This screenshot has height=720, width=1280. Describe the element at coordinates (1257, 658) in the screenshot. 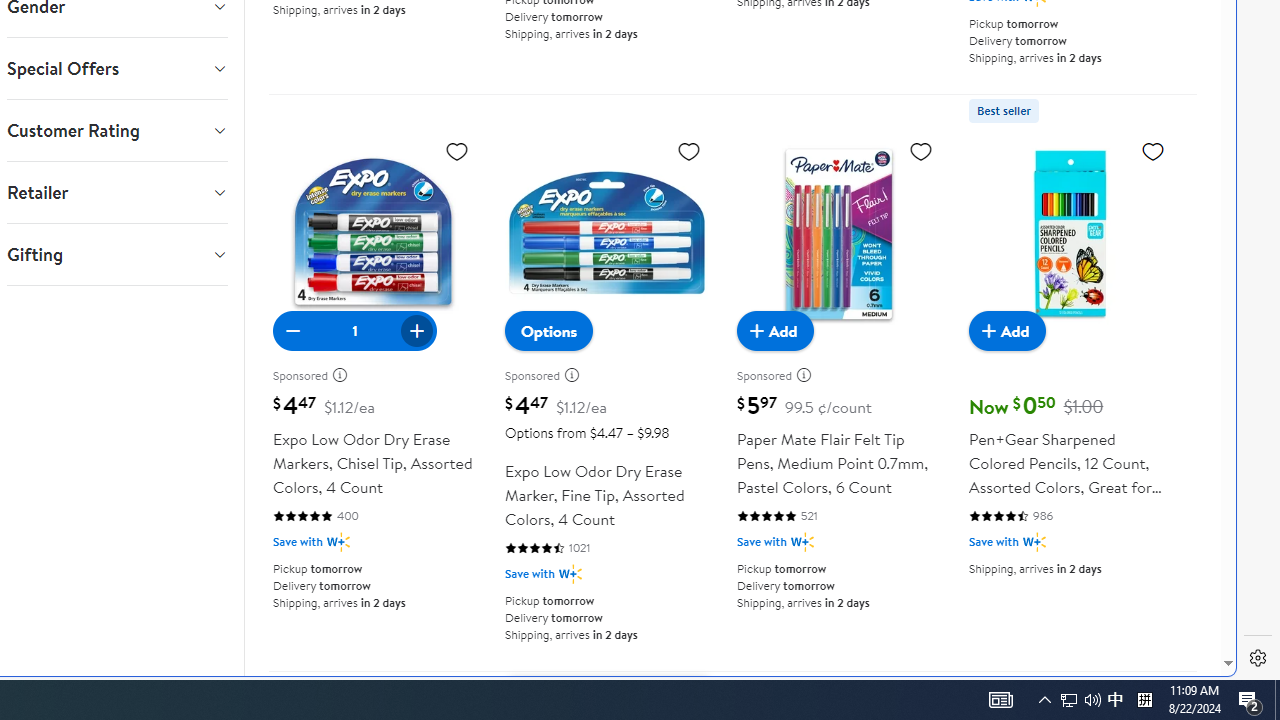

I see `'Settings'` at that location.